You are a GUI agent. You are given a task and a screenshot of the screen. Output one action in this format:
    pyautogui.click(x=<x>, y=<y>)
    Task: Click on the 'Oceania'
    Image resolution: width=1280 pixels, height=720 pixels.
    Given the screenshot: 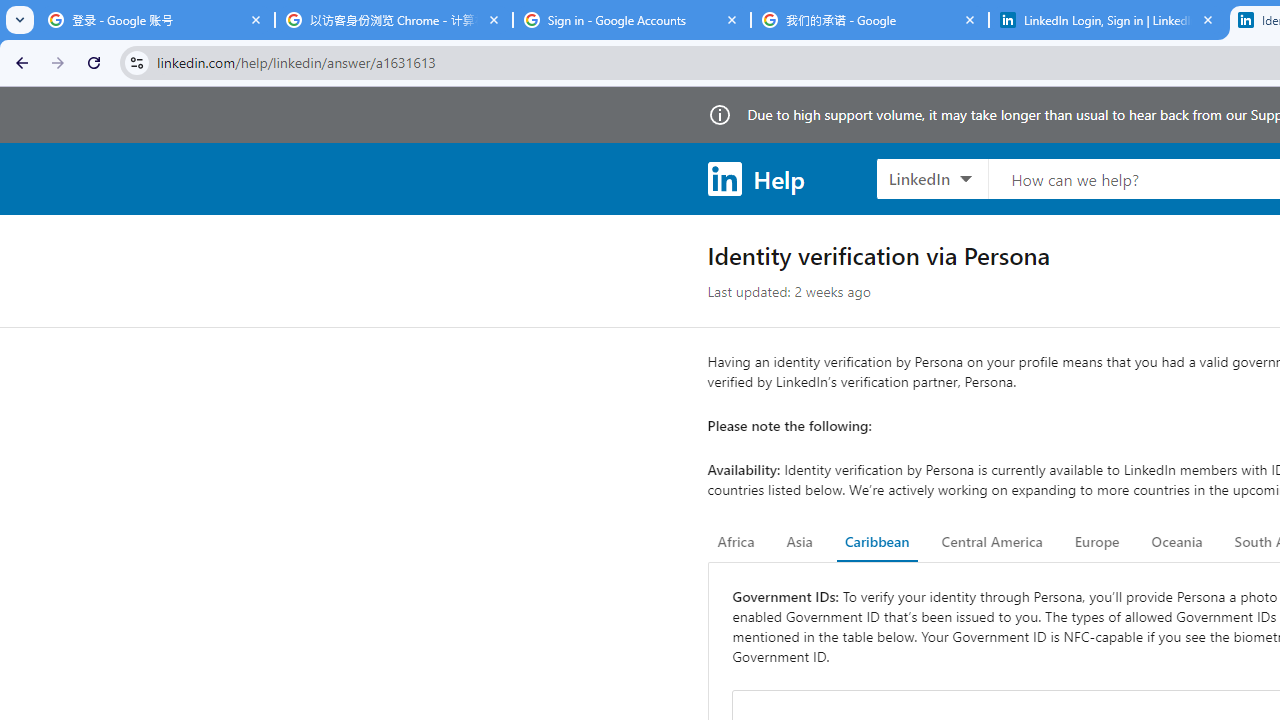 What is the action you would take?
    pyautogui.click(x=1176, y=542)
    